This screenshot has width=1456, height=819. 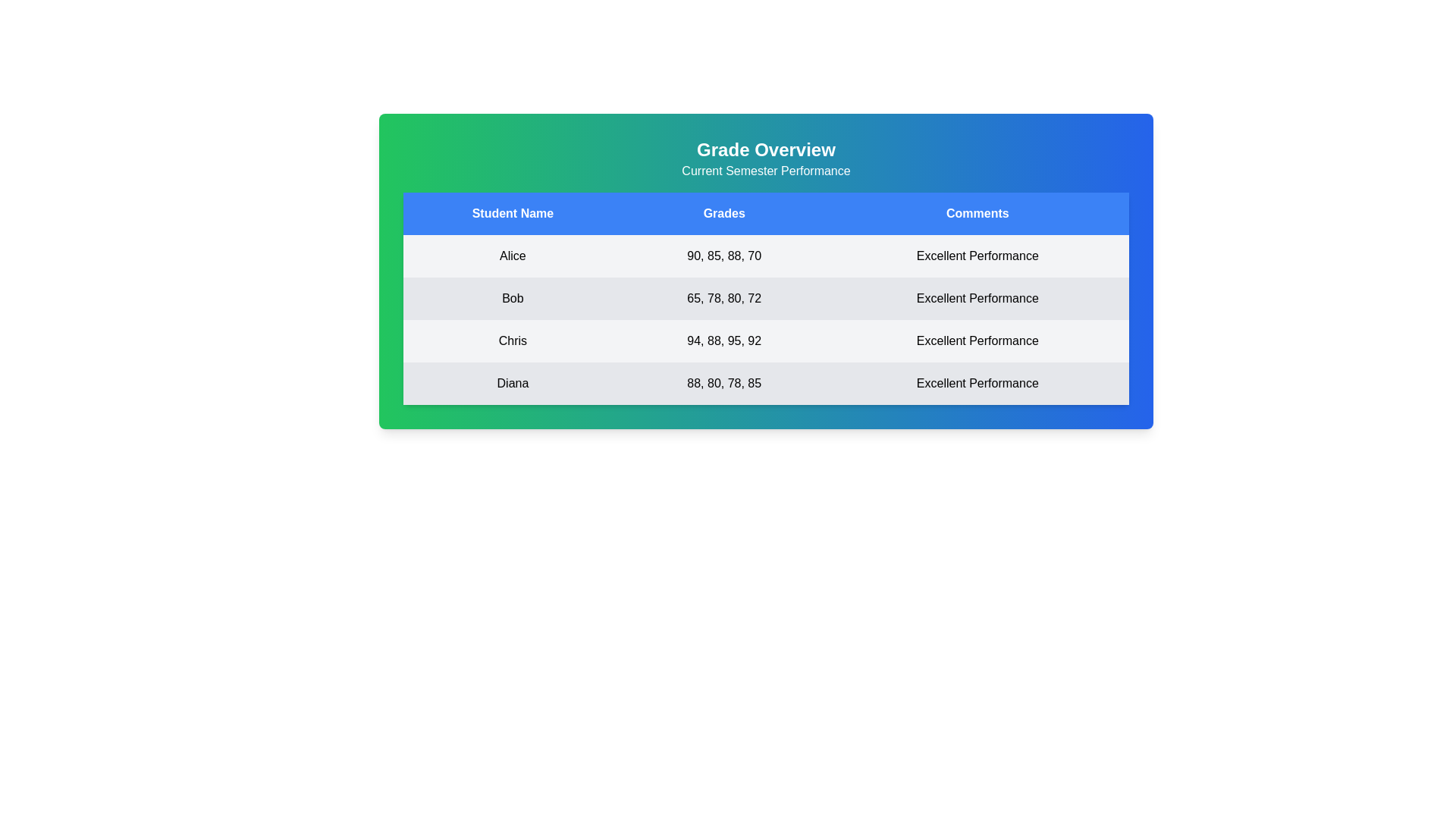 I want to click on the row corresponding to Alice to observe hover effects, so click(x=766, y=256).